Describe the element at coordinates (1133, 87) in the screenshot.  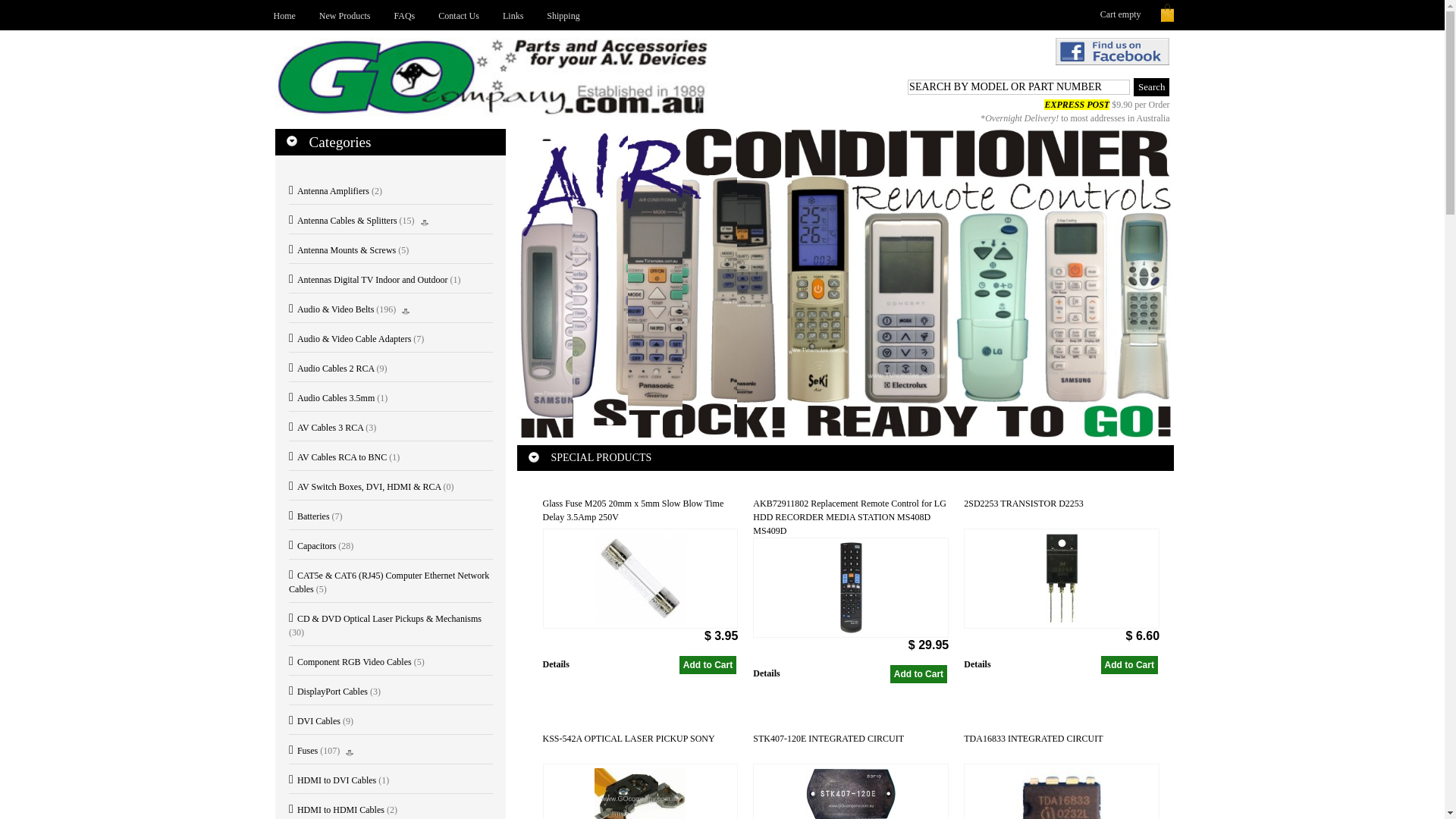
I see `'Search'` at that location.